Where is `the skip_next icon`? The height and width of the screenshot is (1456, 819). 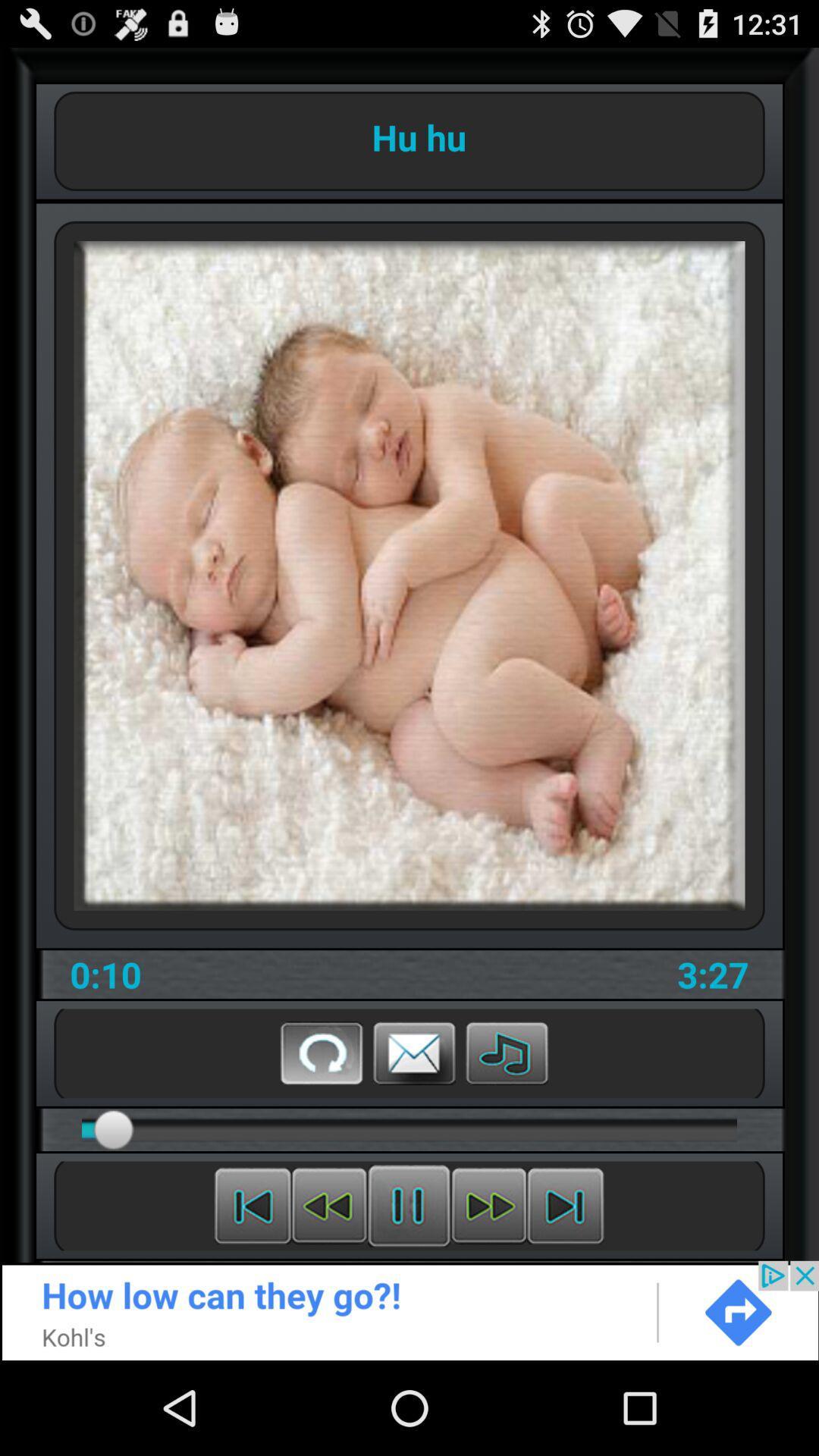 the skip_next icon is located at coordinates (565, 1290).